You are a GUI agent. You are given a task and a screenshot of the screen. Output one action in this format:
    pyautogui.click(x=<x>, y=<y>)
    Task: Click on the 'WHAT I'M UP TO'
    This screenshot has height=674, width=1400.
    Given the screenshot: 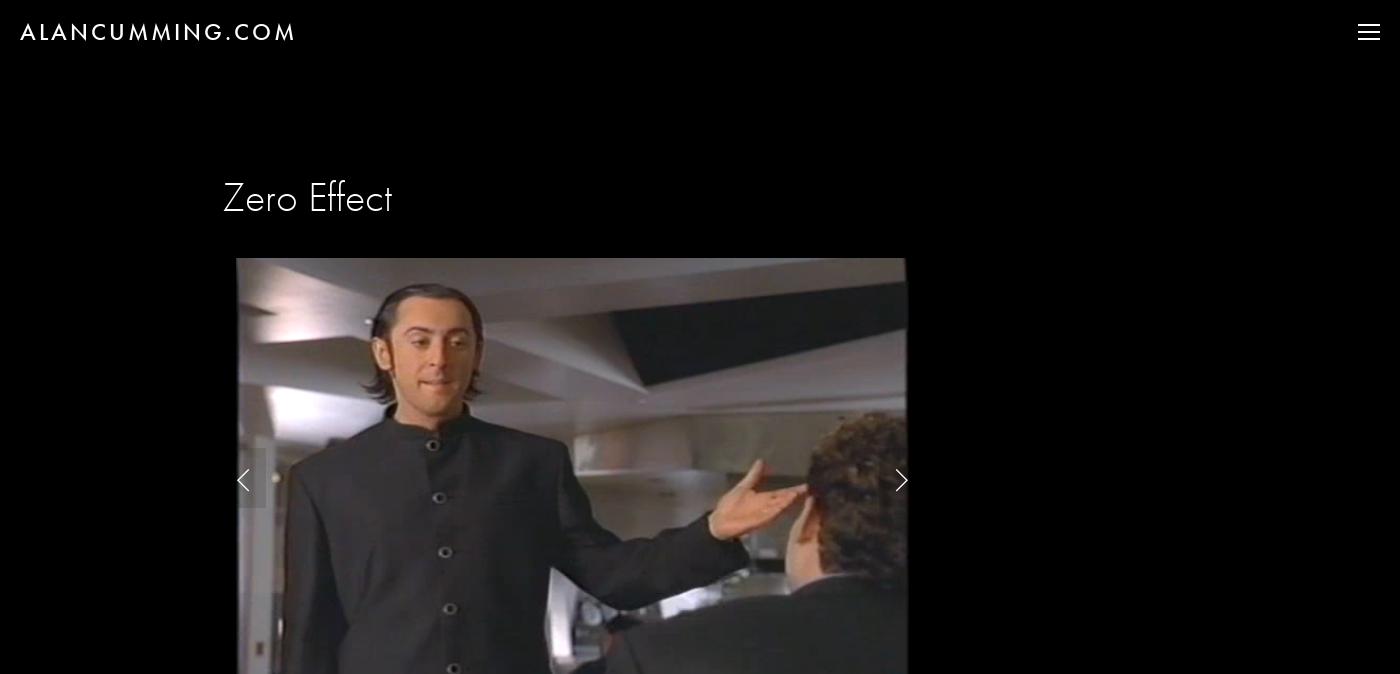 What is the action you would take?
    pyautogui.click(x=1176, y=168)
    